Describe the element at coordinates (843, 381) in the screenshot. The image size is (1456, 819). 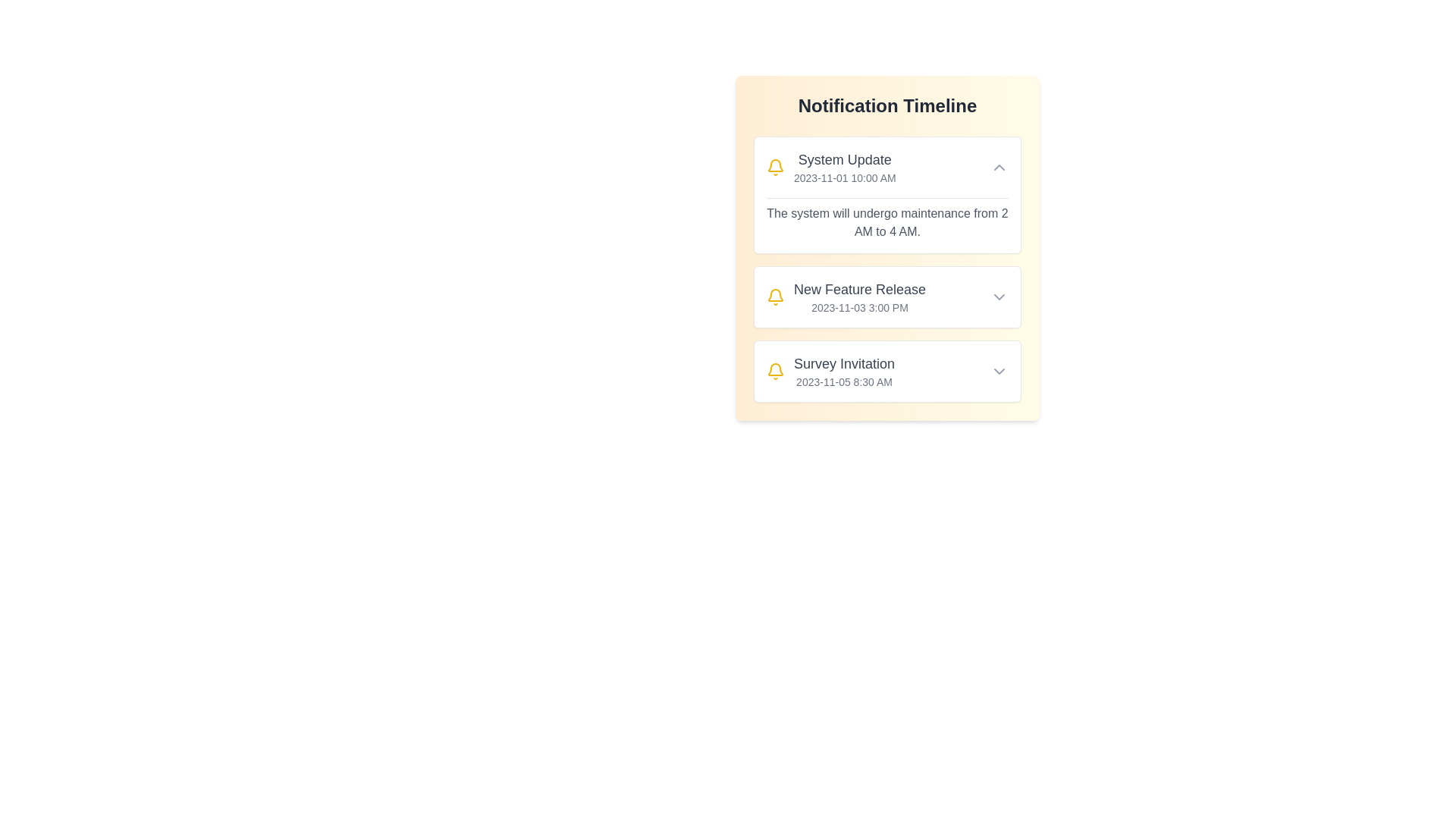
I see `the small text label displaying the date and time '2023-11-05 8:30 AM' located in the right bottom segment of the 'Survey Invitation' card` at that location.